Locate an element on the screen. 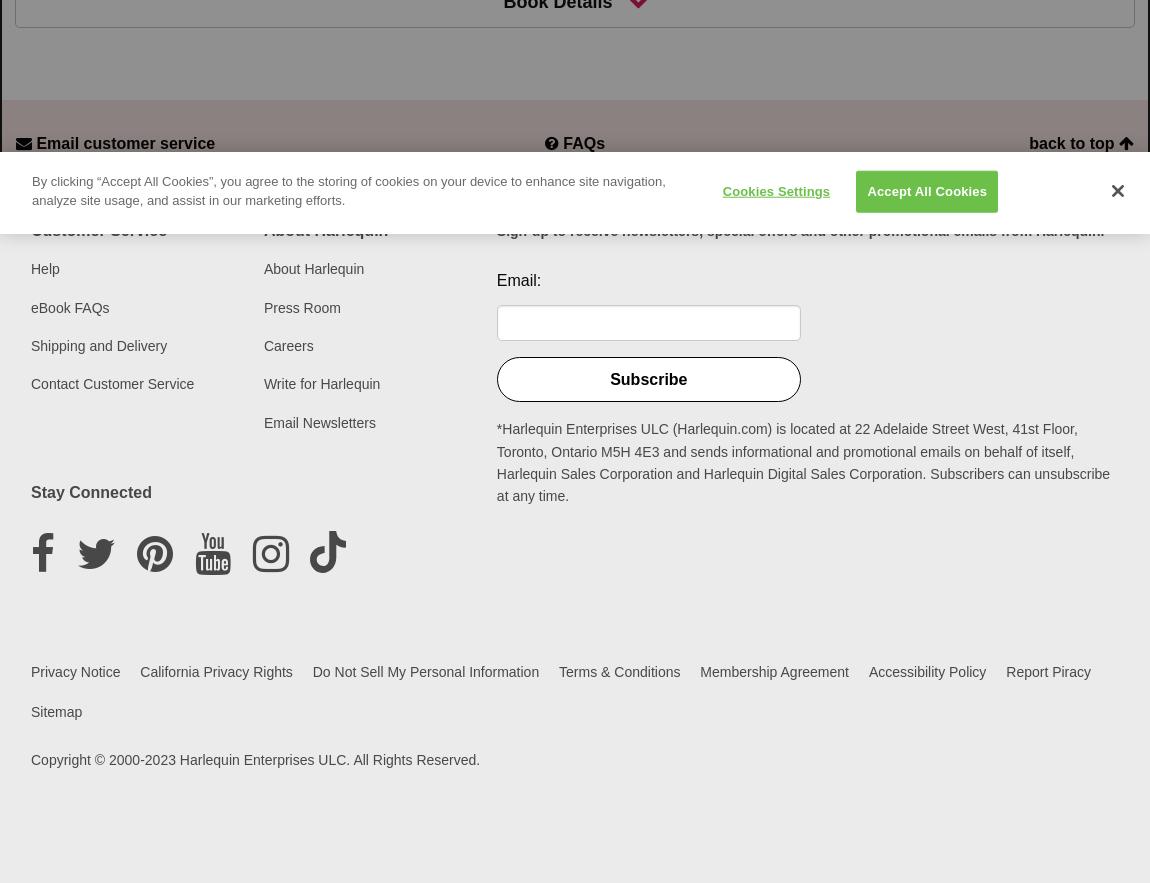 The width and height of the screenshot is (1150, 883). 'Email Newsletters' is located at coordinates (319, 421).